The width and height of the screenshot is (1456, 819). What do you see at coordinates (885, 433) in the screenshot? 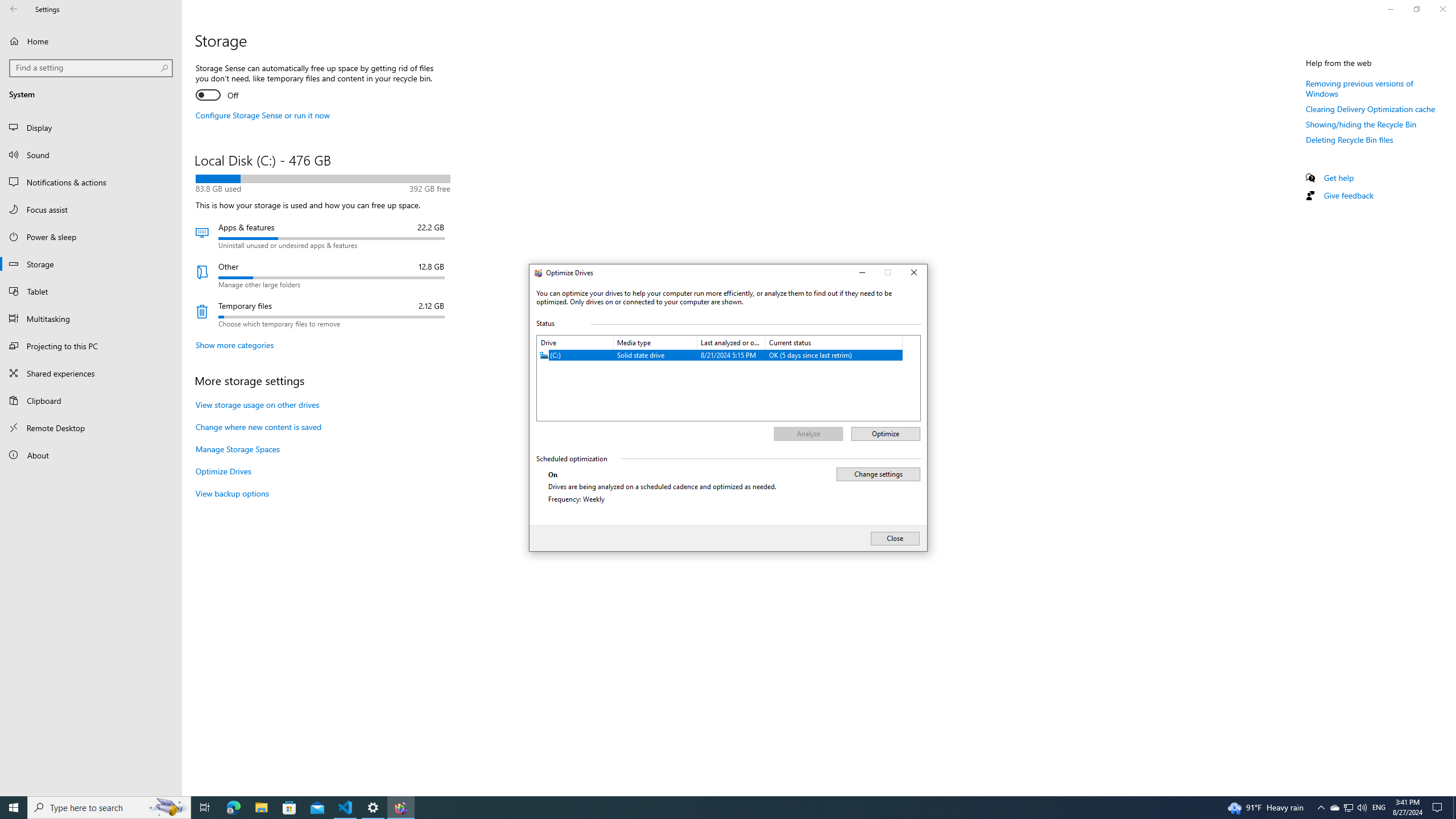
I see `'Optimize'` at bounding box center [885, 433].